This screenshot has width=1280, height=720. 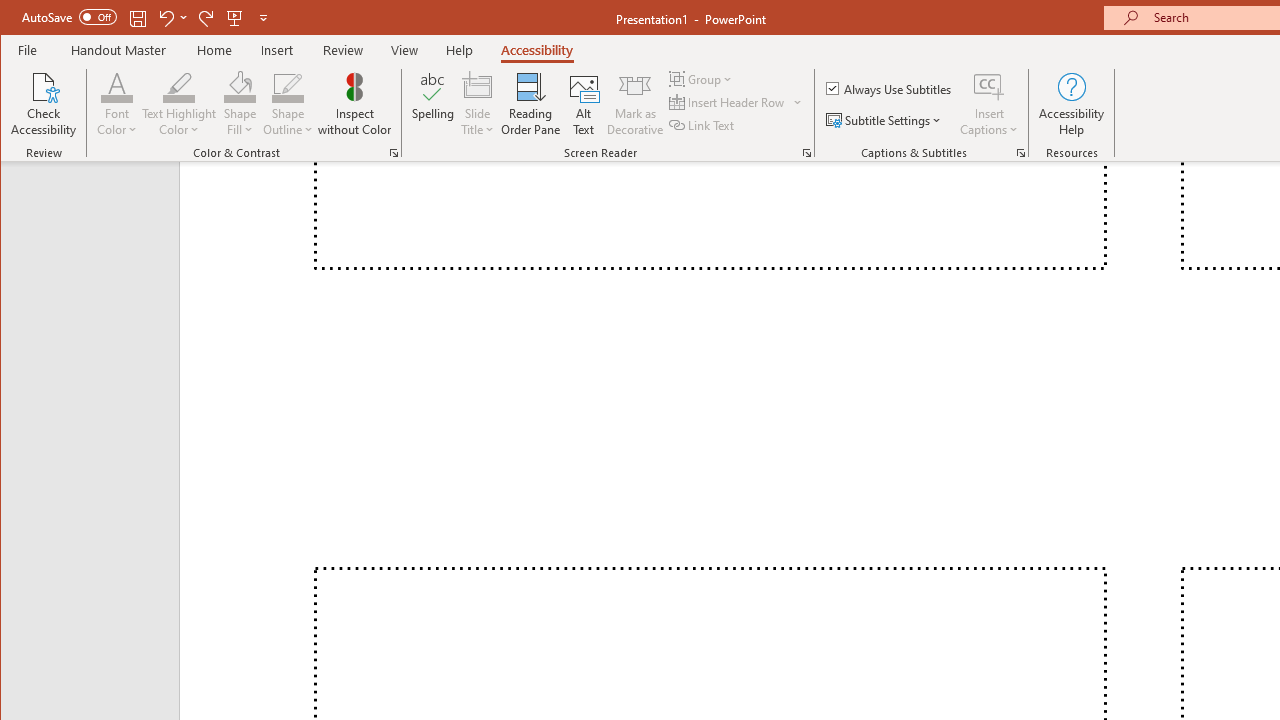 I want to click on 'Subtitle Settings', so click(x=884, y=120).